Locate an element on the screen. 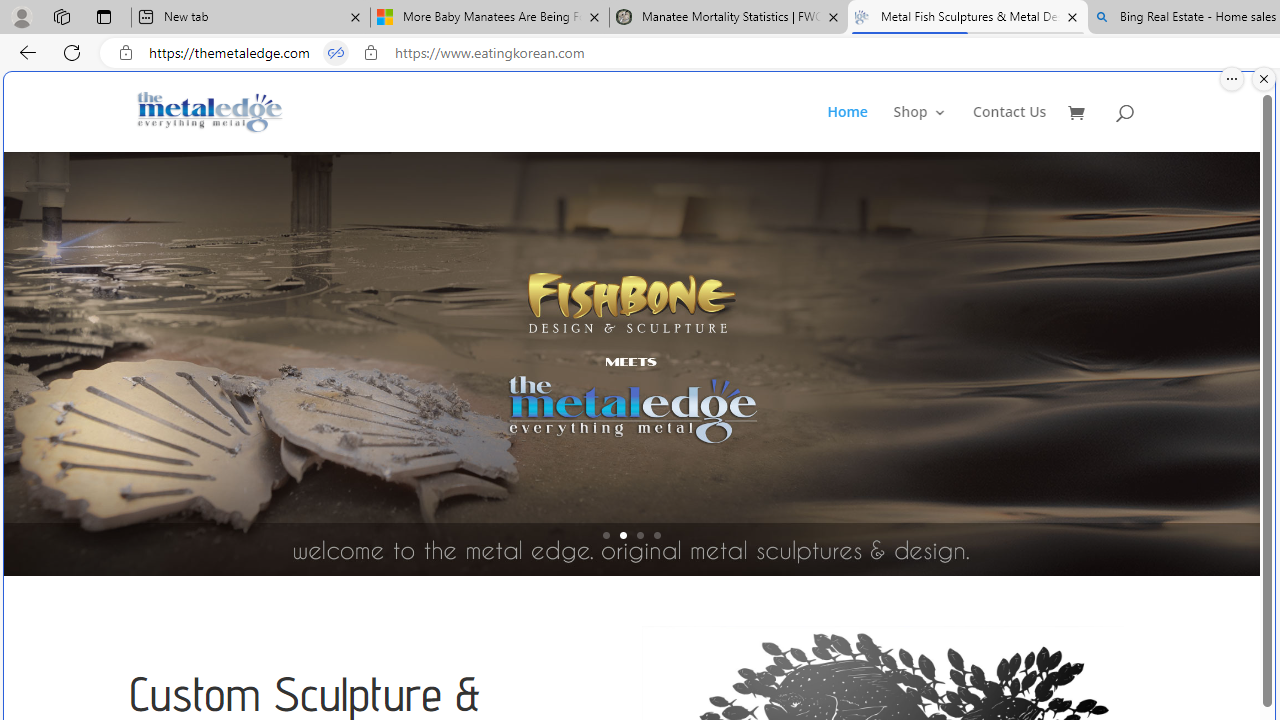 The height and width of the screenshot is (720, 1280). '2' is located at coordinates (622, 534).